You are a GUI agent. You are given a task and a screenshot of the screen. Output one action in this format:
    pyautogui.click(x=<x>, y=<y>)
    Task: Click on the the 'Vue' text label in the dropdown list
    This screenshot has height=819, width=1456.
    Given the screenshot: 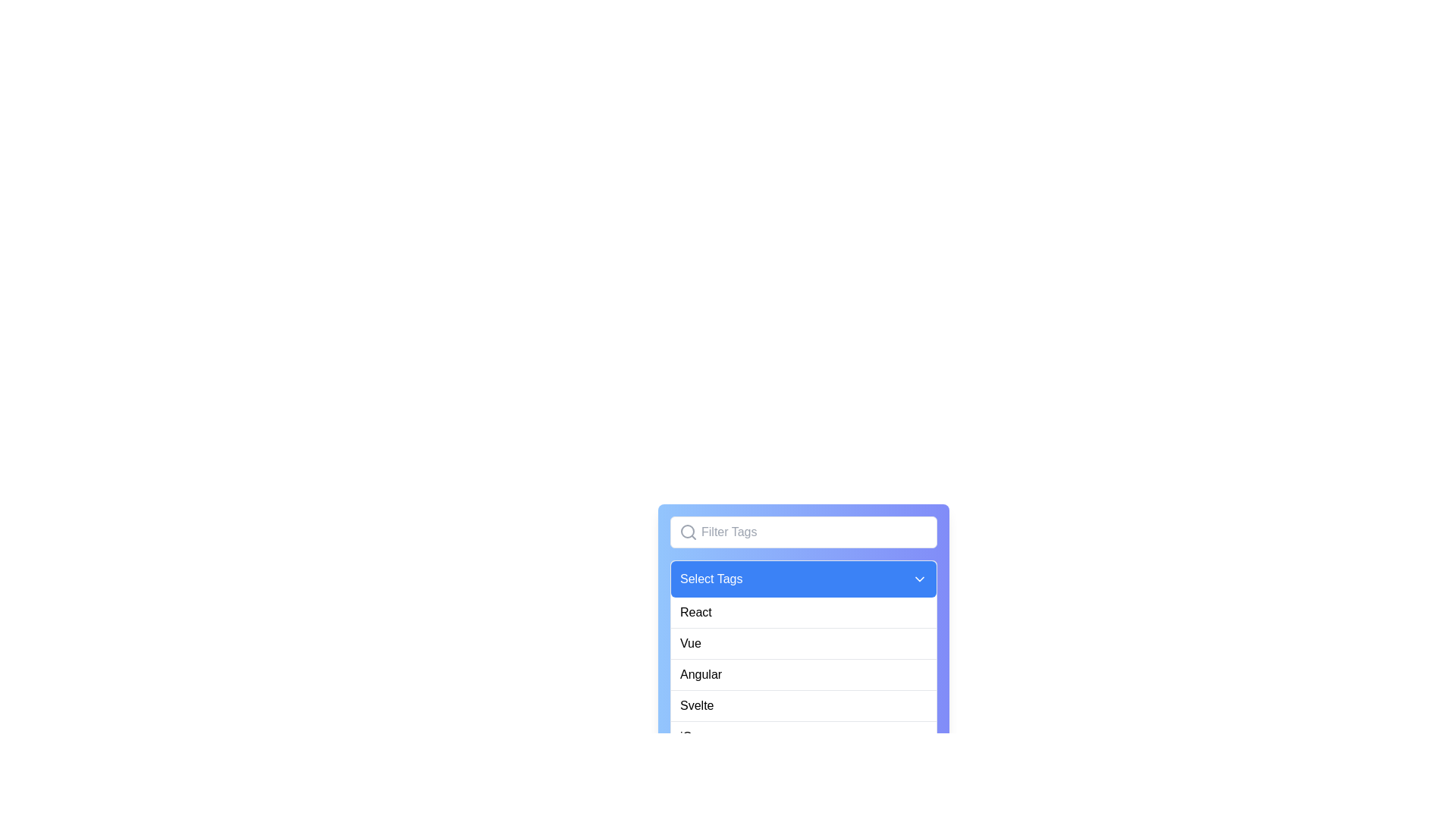 What is the action you would take?
    pyautogui.click(x=689, y=643)
    